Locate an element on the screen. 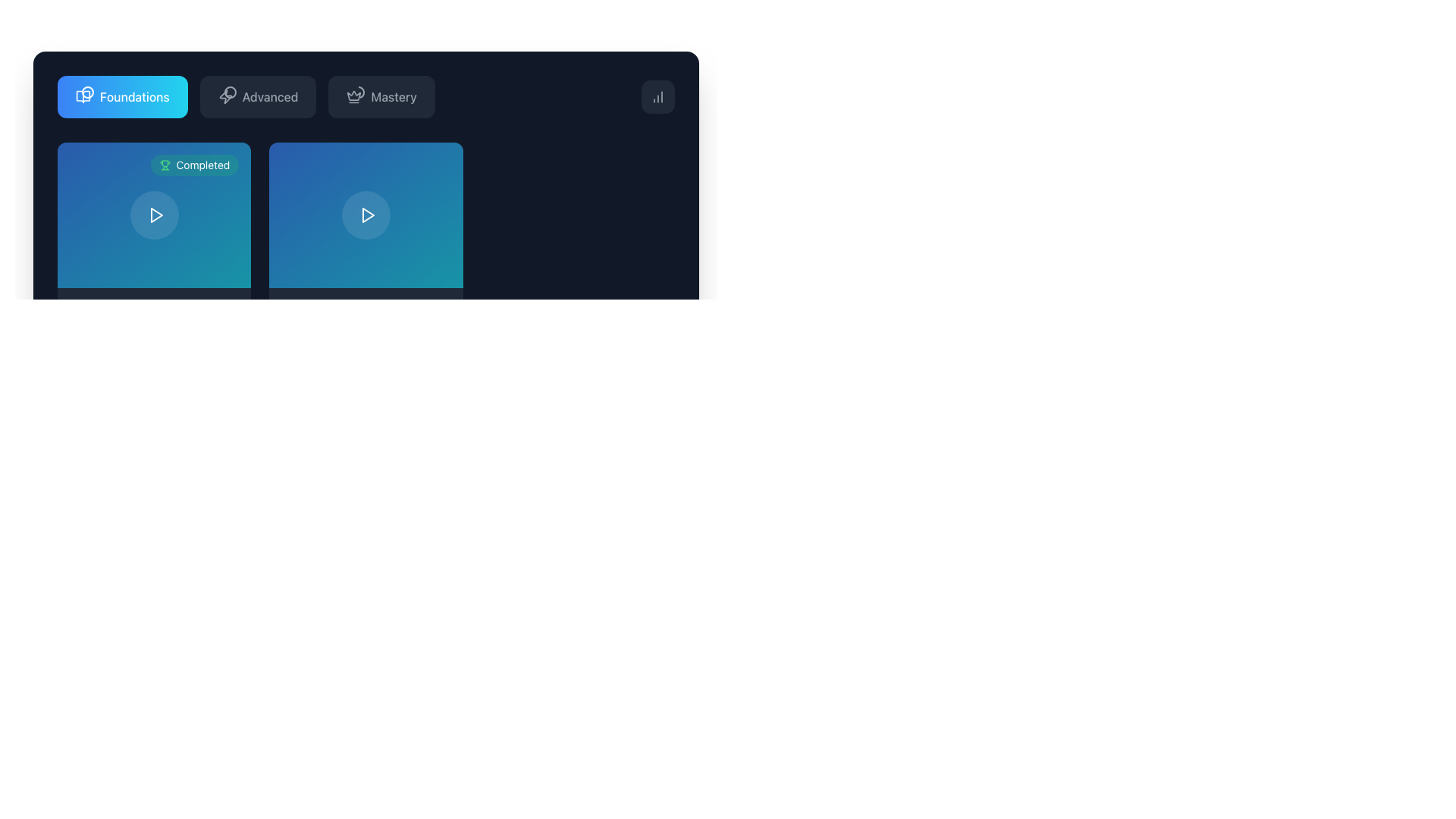 This screenshot has width=1456, height=819. the play button located in the 'Completed' card at the top-left of the interface is located at coordinates (155, 215).